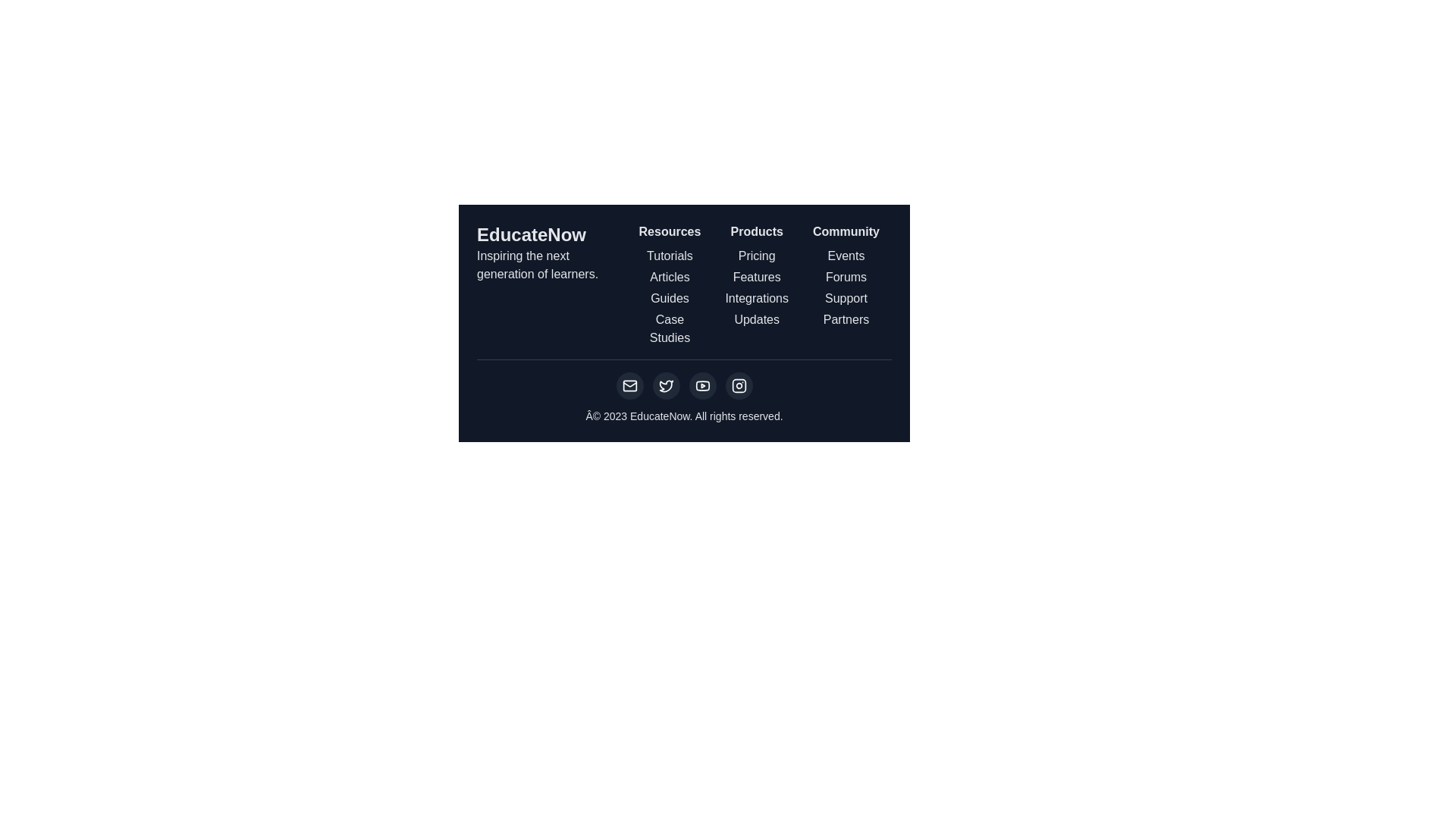 Image resolution: width=1456 pixels, height=819 pixels. What do you see at coordinates (759, 284) in the screenshot?
I see `a link within the Categorized navigation links section located in the footer of the page, which includes columns titled 'Resources', 'Products', and 'Community'` at bounding box center [759, 284].